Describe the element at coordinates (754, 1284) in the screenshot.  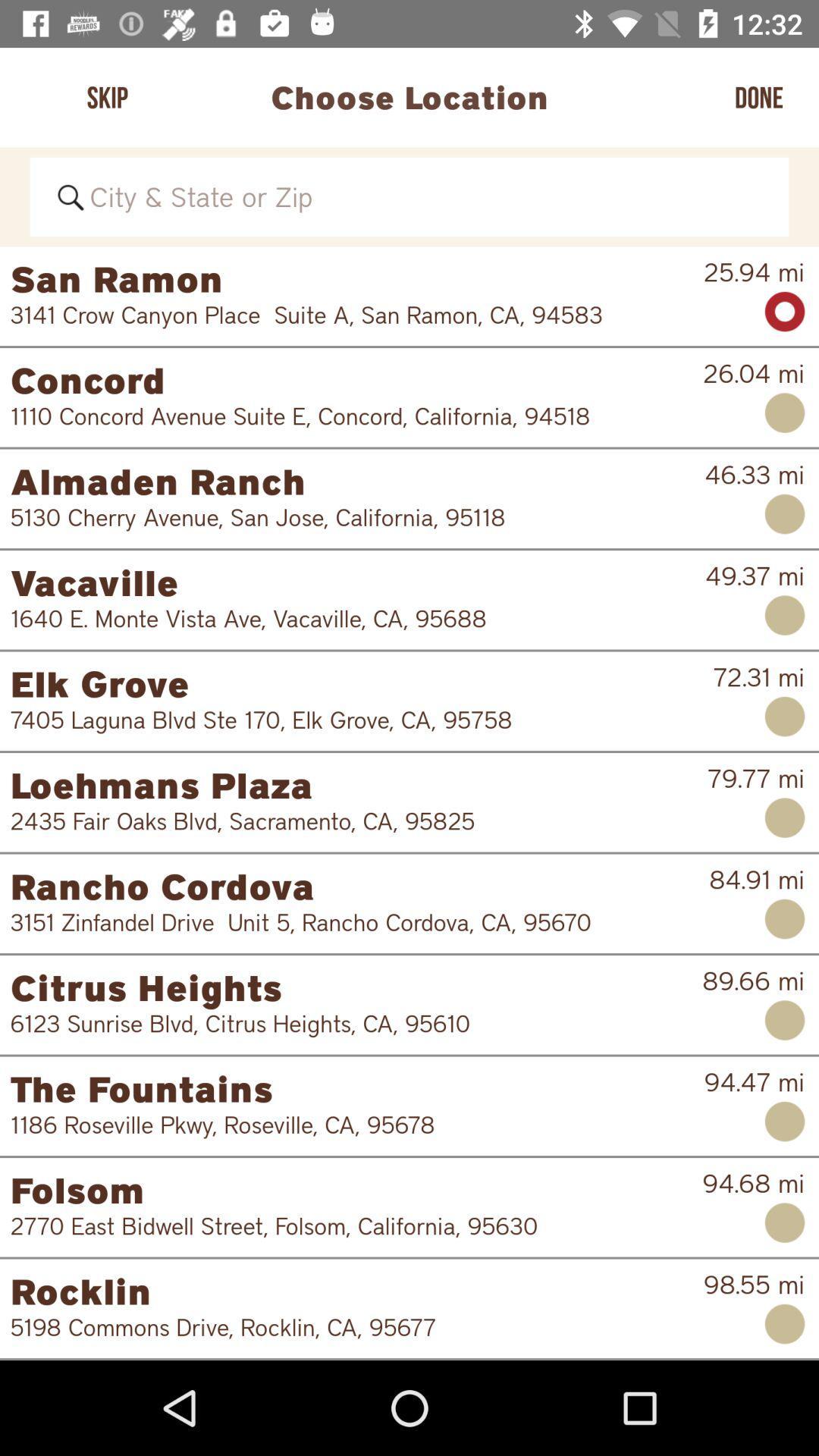
I see `the icon to the right of rocklin` at that location.